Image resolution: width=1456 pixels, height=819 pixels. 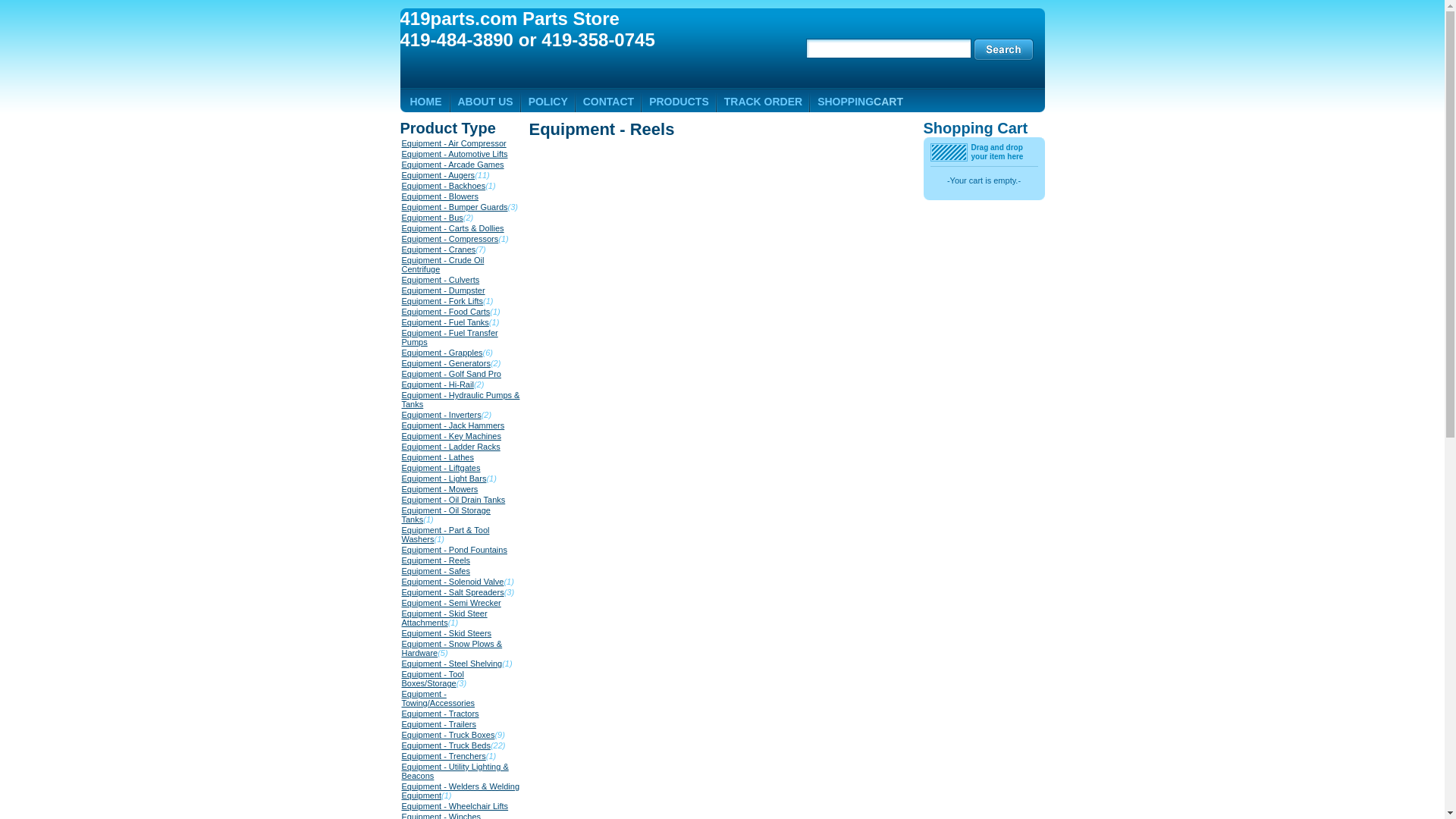 What do you see at coordinates (401, 723) in the screenshot?
I see `'Equipment - Trailers'` at bounding box center [401, 723].